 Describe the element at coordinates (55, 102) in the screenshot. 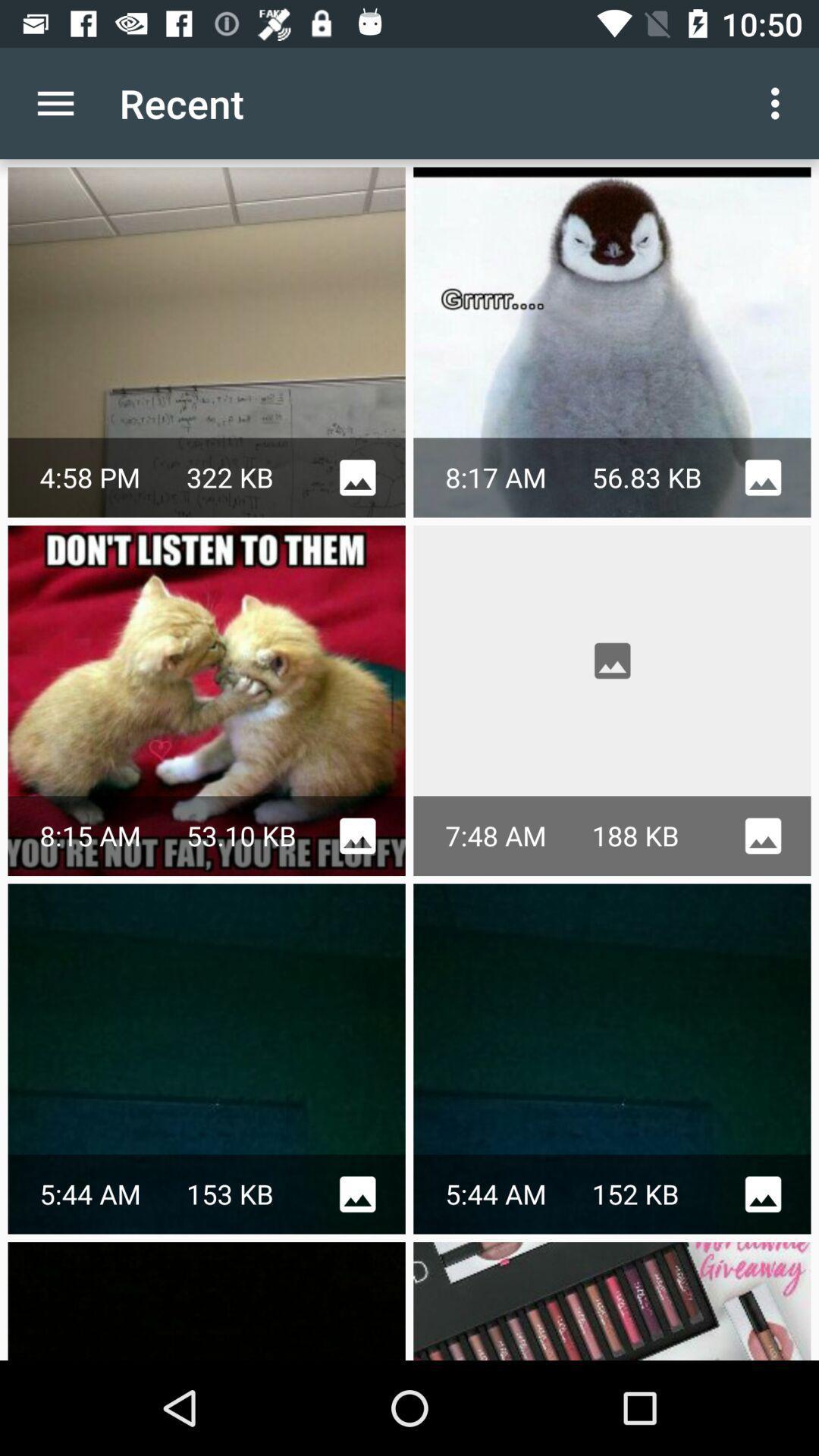

I see `the icon next to recent app` at that location.